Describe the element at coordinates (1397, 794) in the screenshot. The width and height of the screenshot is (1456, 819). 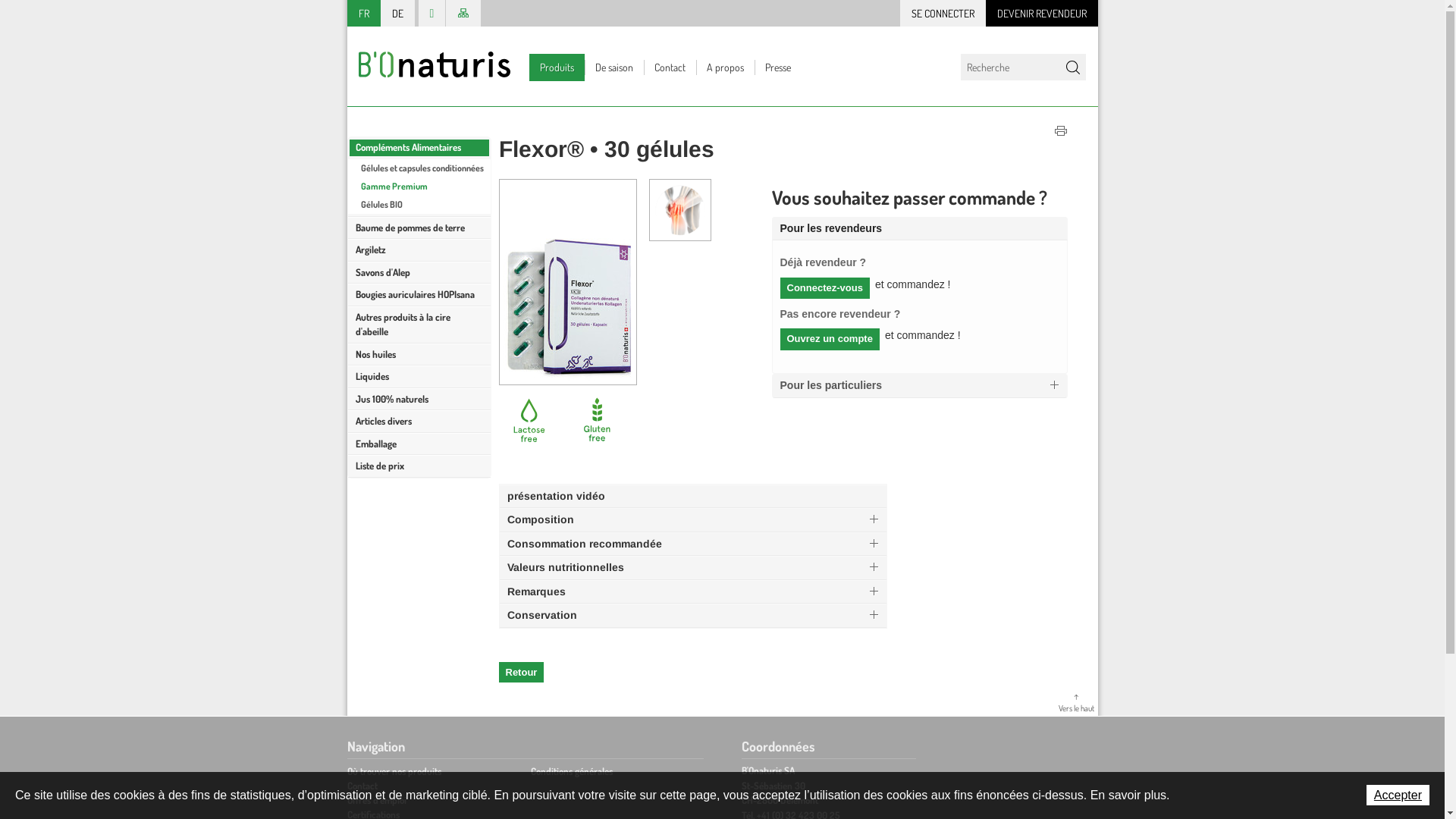
I see `'Accepter'` at that location.